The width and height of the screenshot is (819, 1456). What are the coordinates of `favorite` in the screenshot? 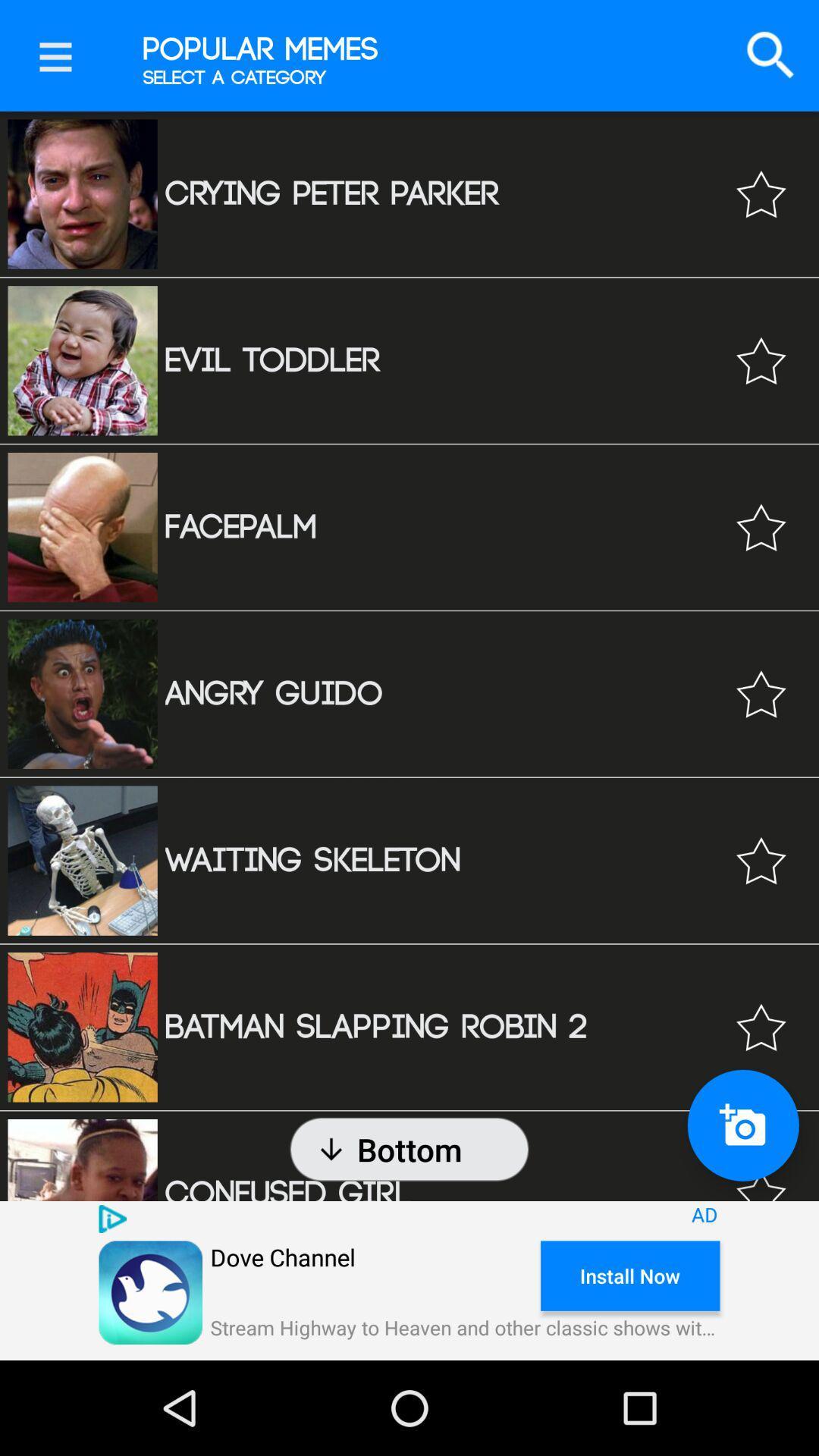 It's located at (761, 1172).